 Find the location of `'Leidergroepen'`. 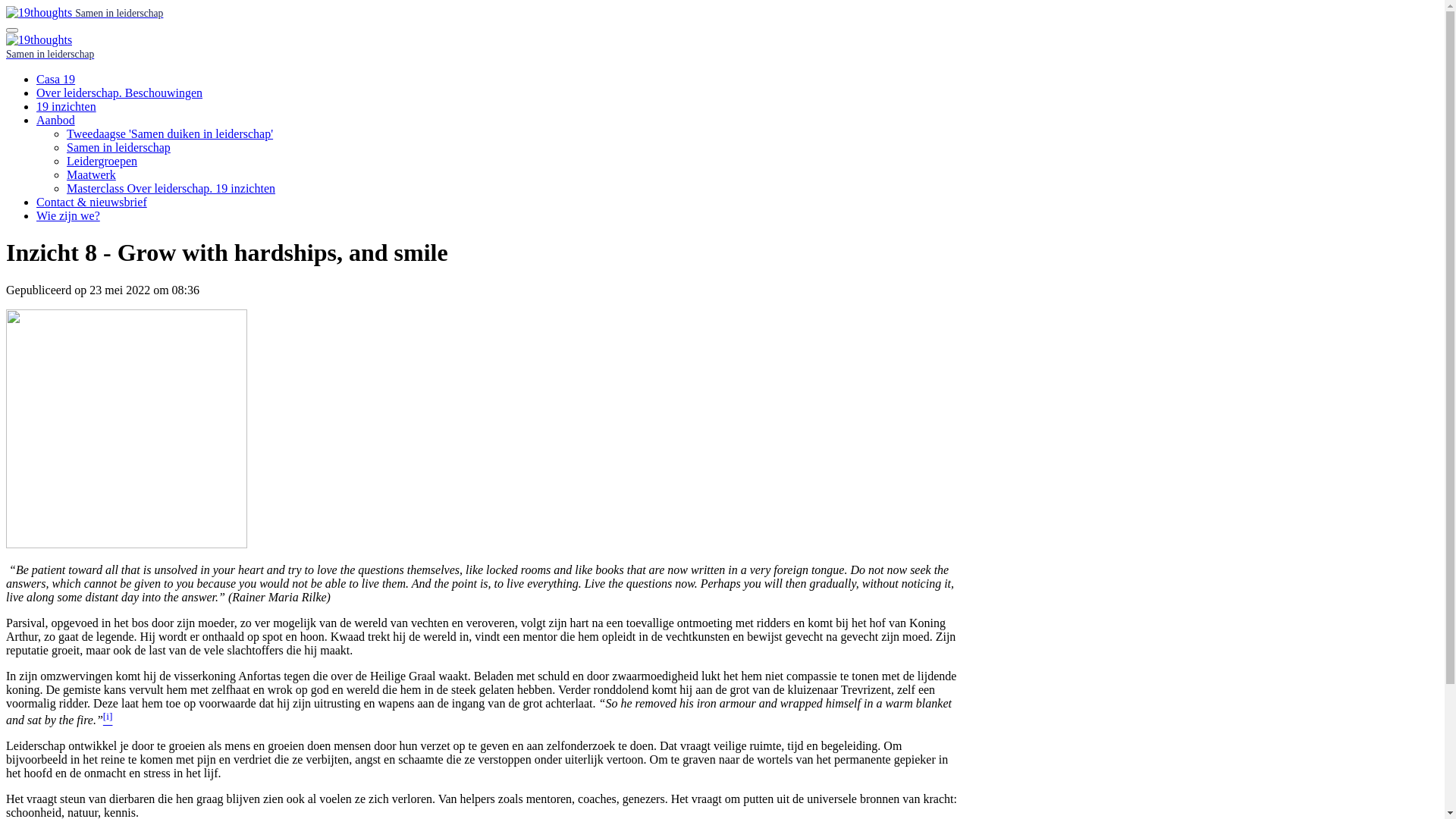

'Leidergroepen' is located at coordinates (101, 161).